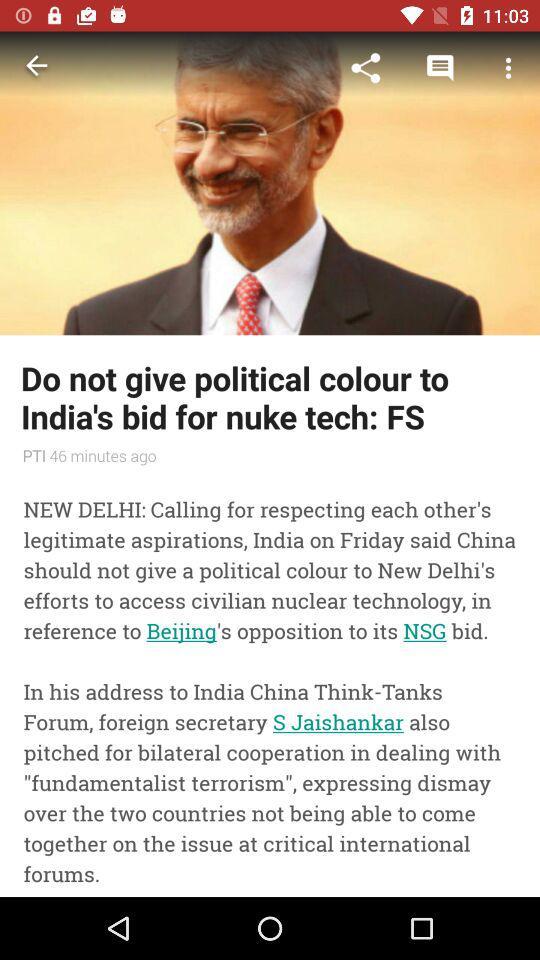 This screenshot has height=960, width=540. I want to click on go back, so click(36, 68).